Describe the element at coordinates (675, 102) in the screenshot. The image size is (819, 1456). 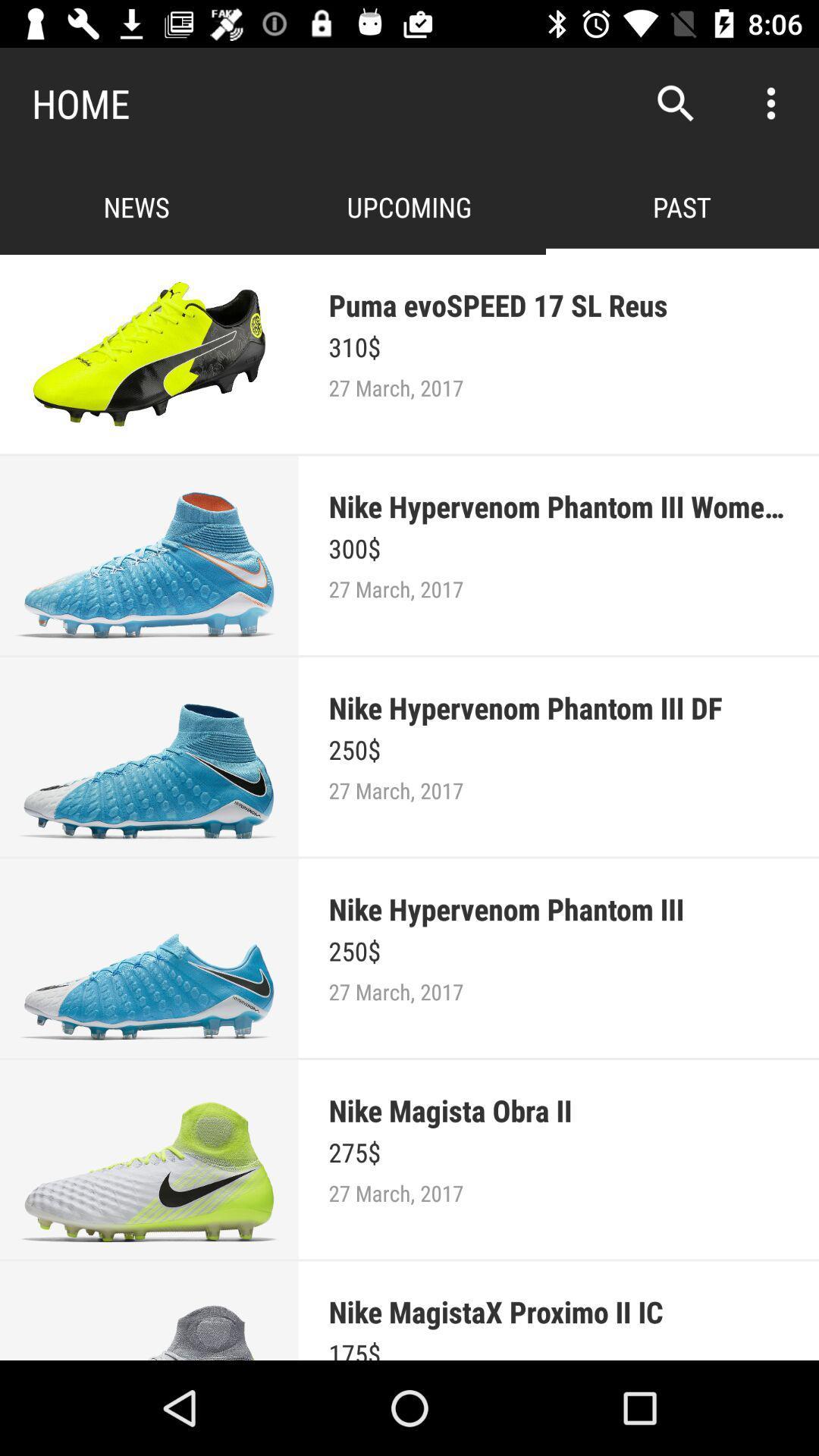
I see `the icon above the past item` at that location.